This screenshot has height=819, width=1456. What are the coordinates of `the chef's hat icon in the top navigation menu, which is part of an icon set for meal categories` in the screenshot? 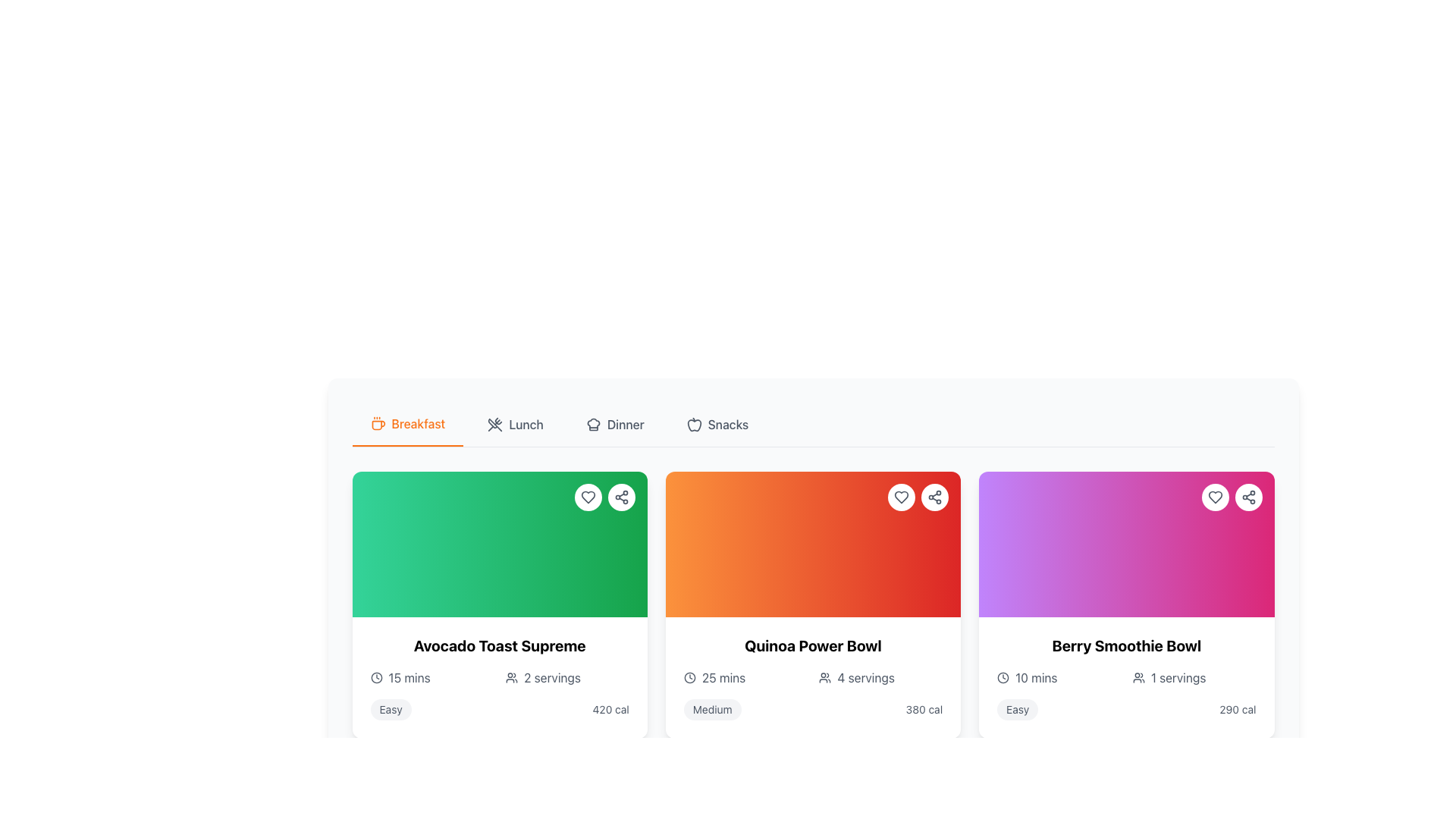 It's located at (592, 424).